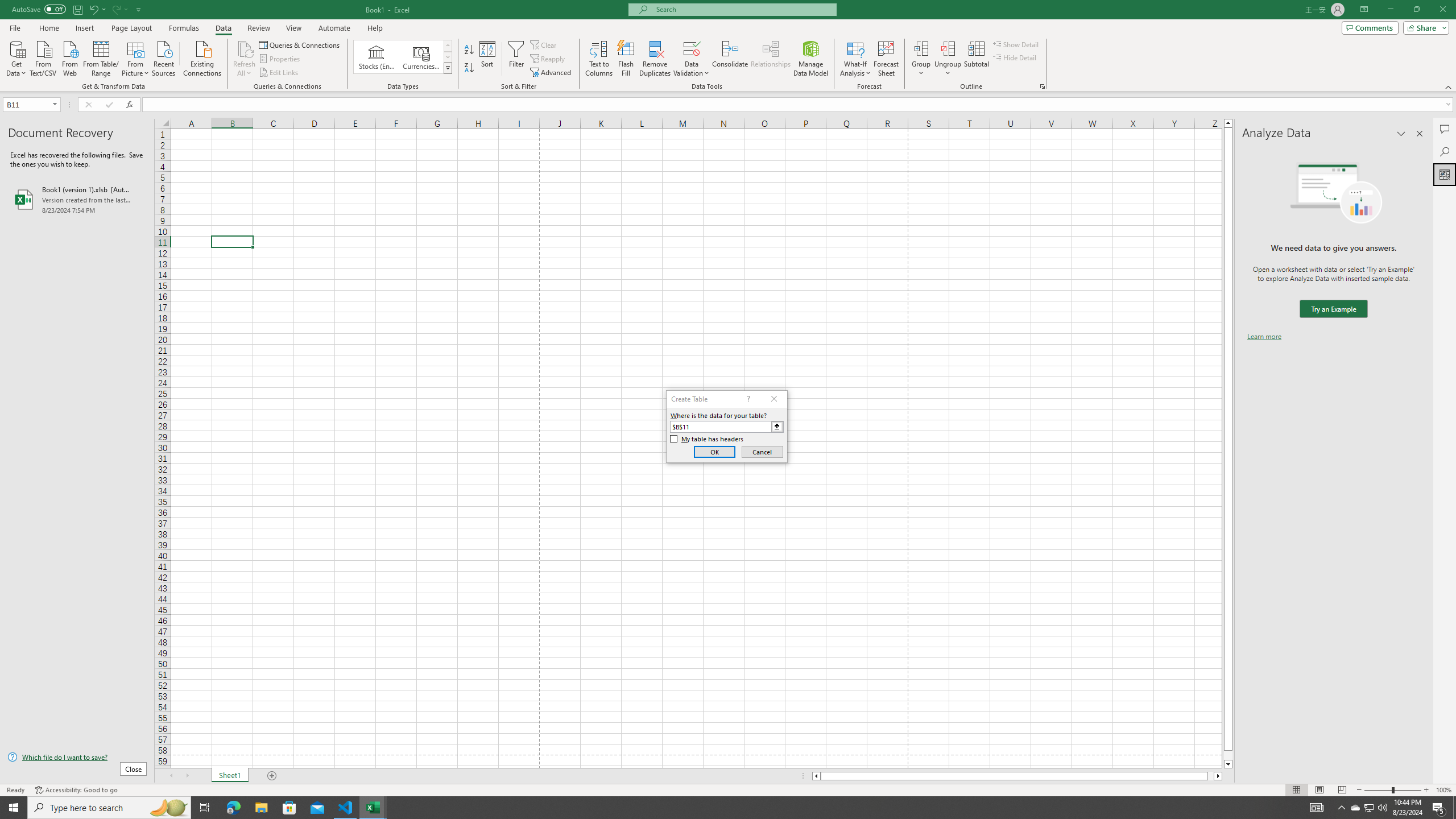  Describe the element at coordinates (136, 57) in the screenshot. I see `'From Picture'` at that location.